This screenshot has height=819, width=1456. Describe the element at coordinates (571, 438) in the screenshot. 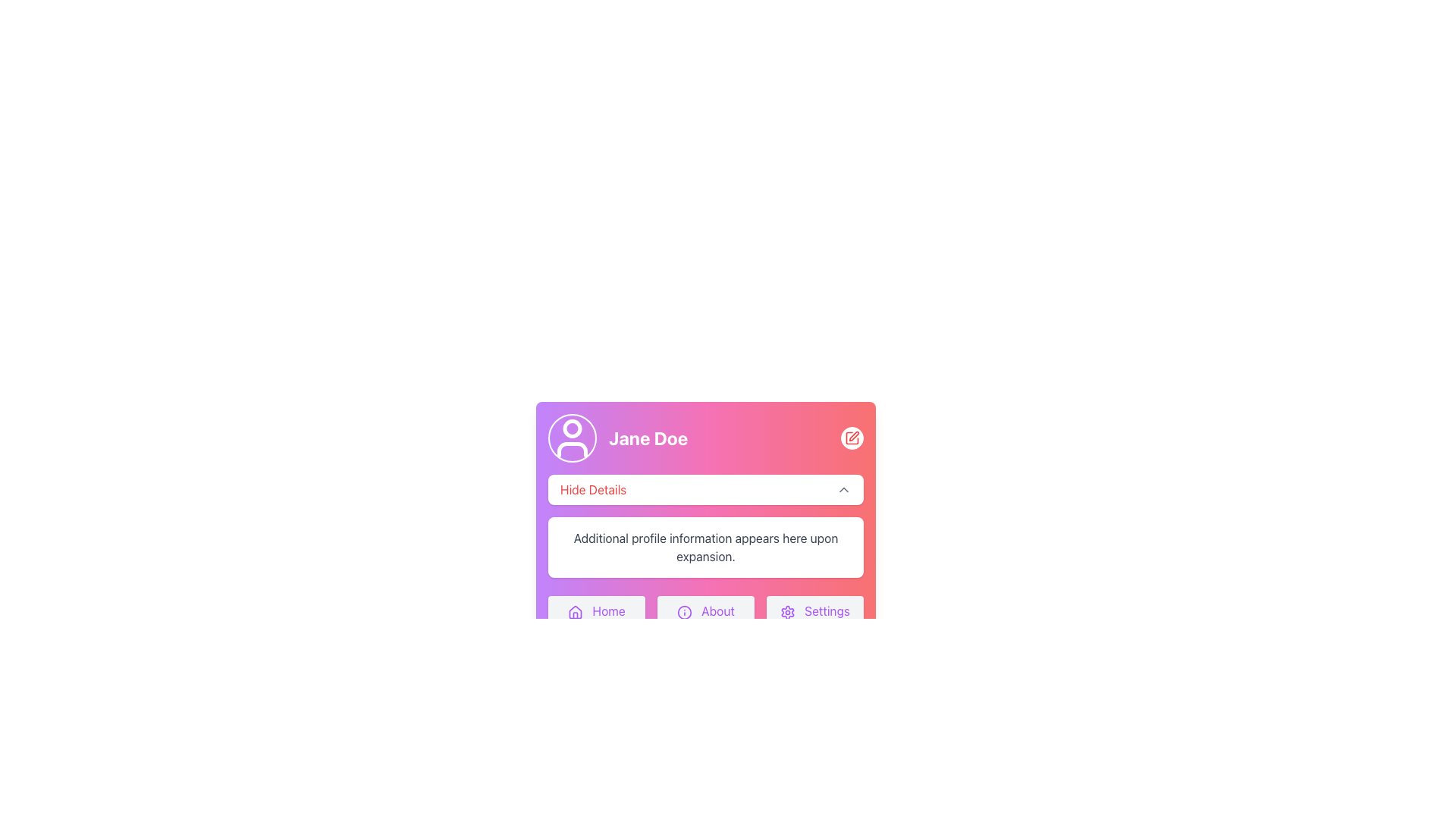

I see `the circular user avatar with a visible border and a white user icon in the center` at that location.